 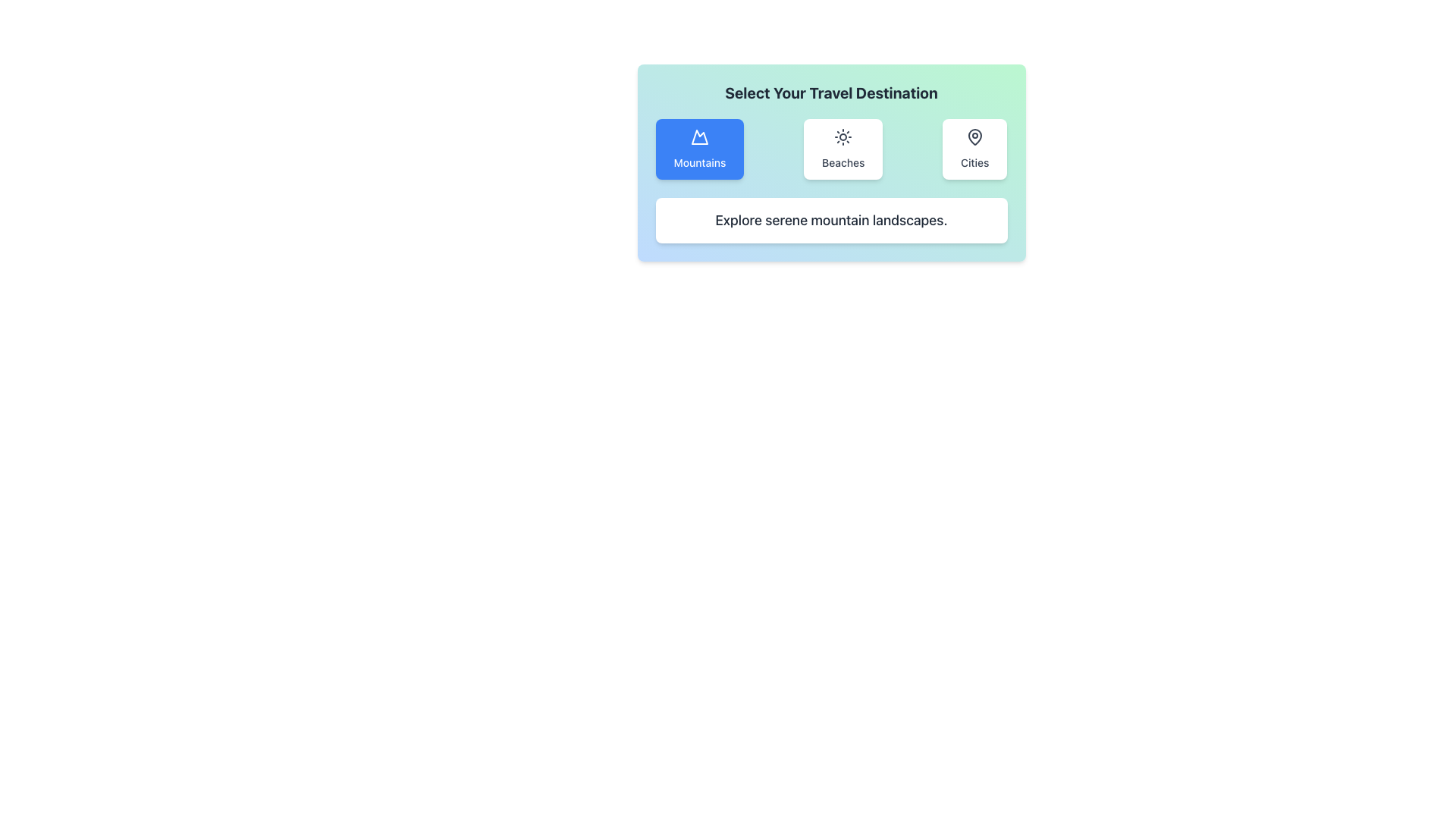 I want to click on the 'Cities' icon, so click(x=974, y=137).